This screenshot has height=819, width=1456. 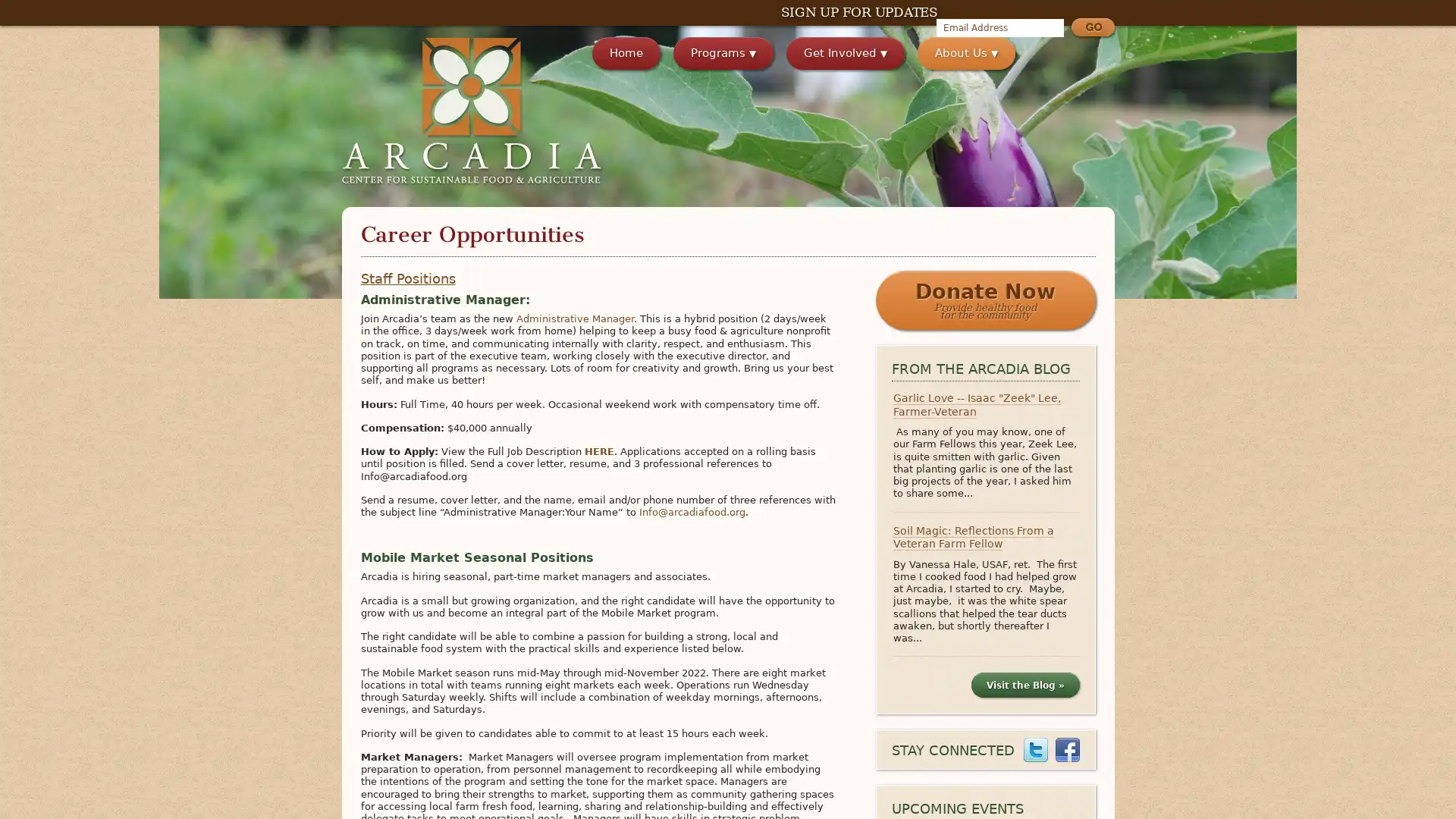 What do you see at coordinates (1092, 29) in the screenshot?
I see `Submit` at bounding box center [1092, 29].